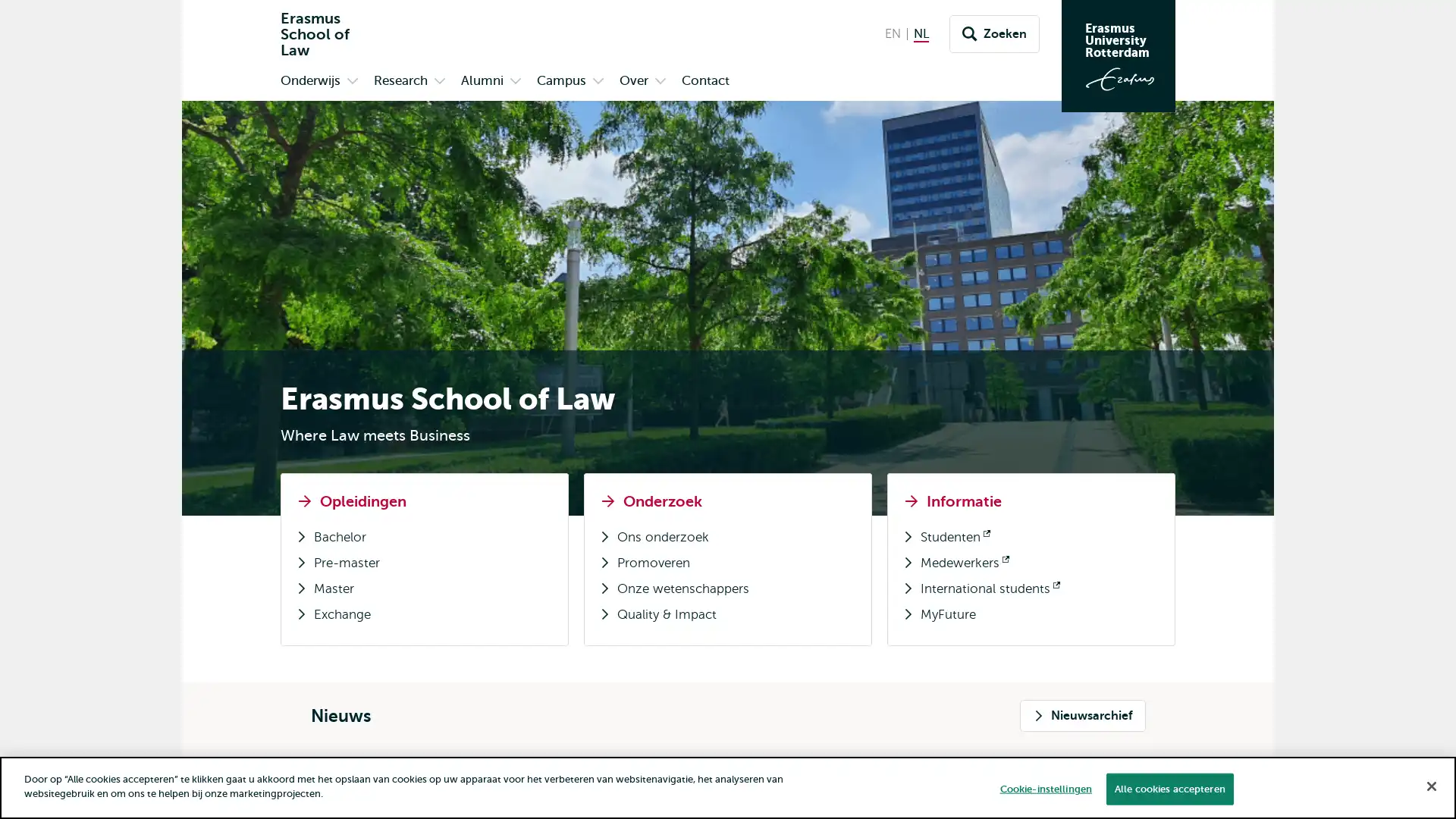  I want to click on Open submenu, so click(439, 82).